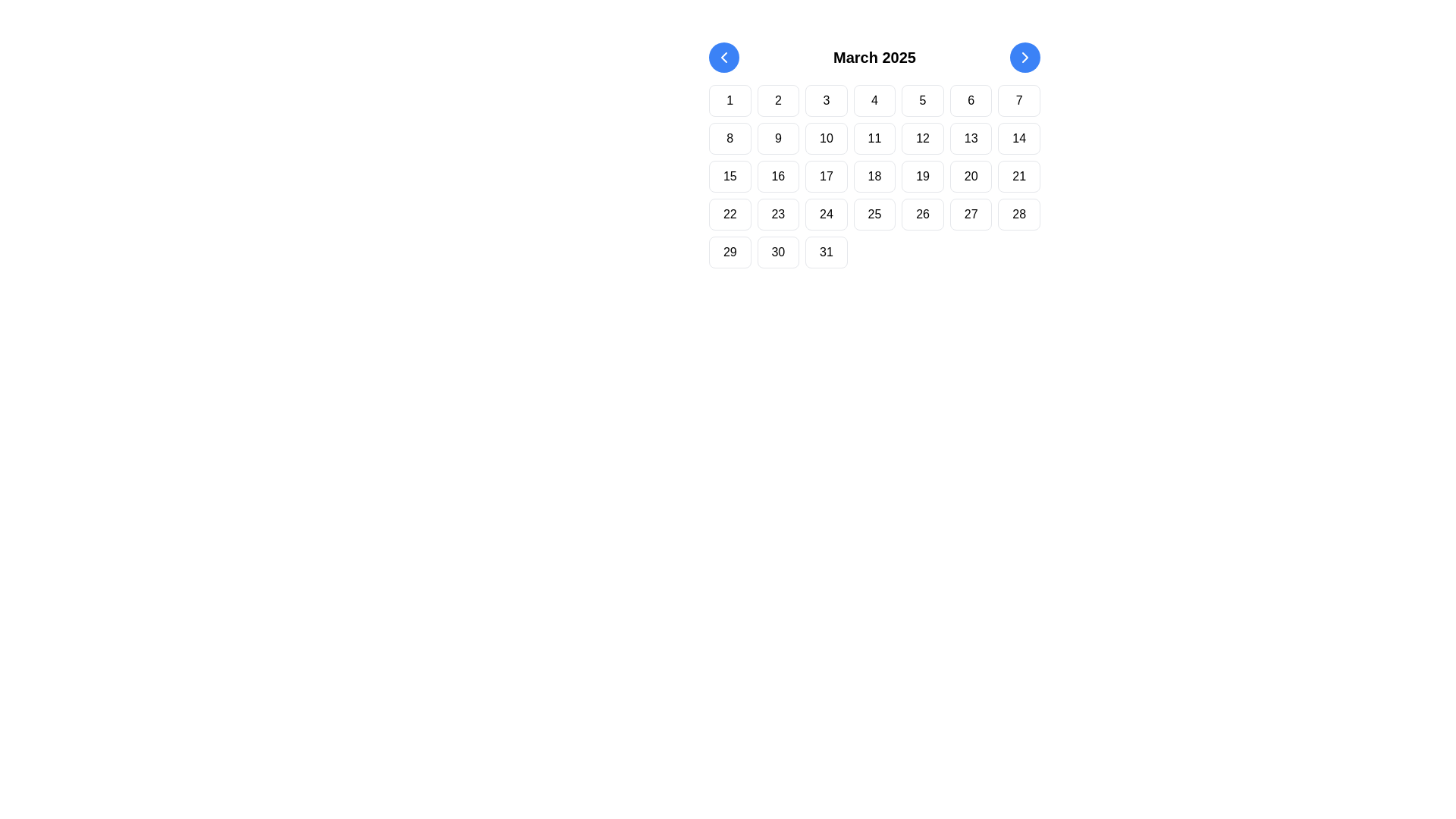 The width and height of the screenshot is (1456, 819). What do you see at coordinates (874, 214) in the screenshot?
I see `the button representing the 25th day of March 2025 in the calendar layout` at bounding box center [874, 214].